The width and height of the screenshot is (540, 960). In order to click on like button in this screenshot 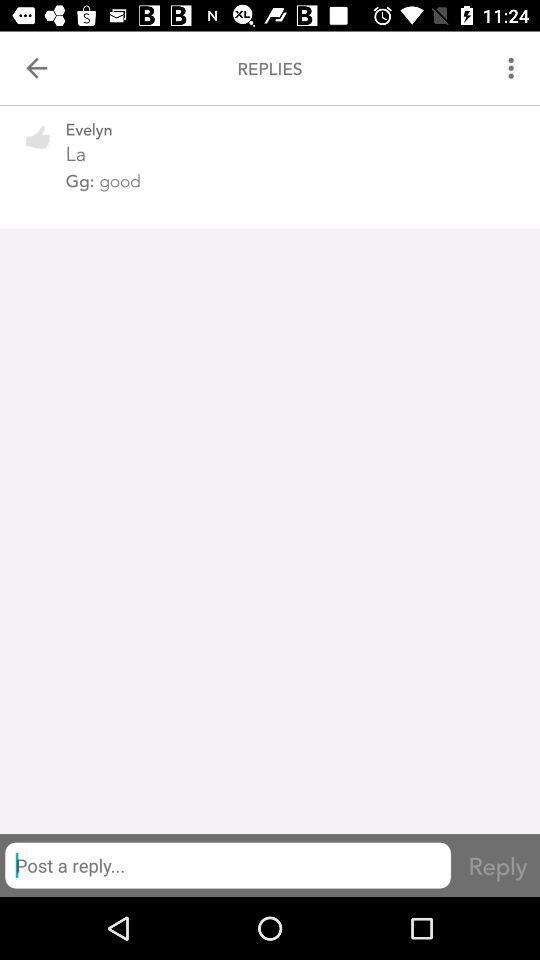, I will do `click(38, 148)`.